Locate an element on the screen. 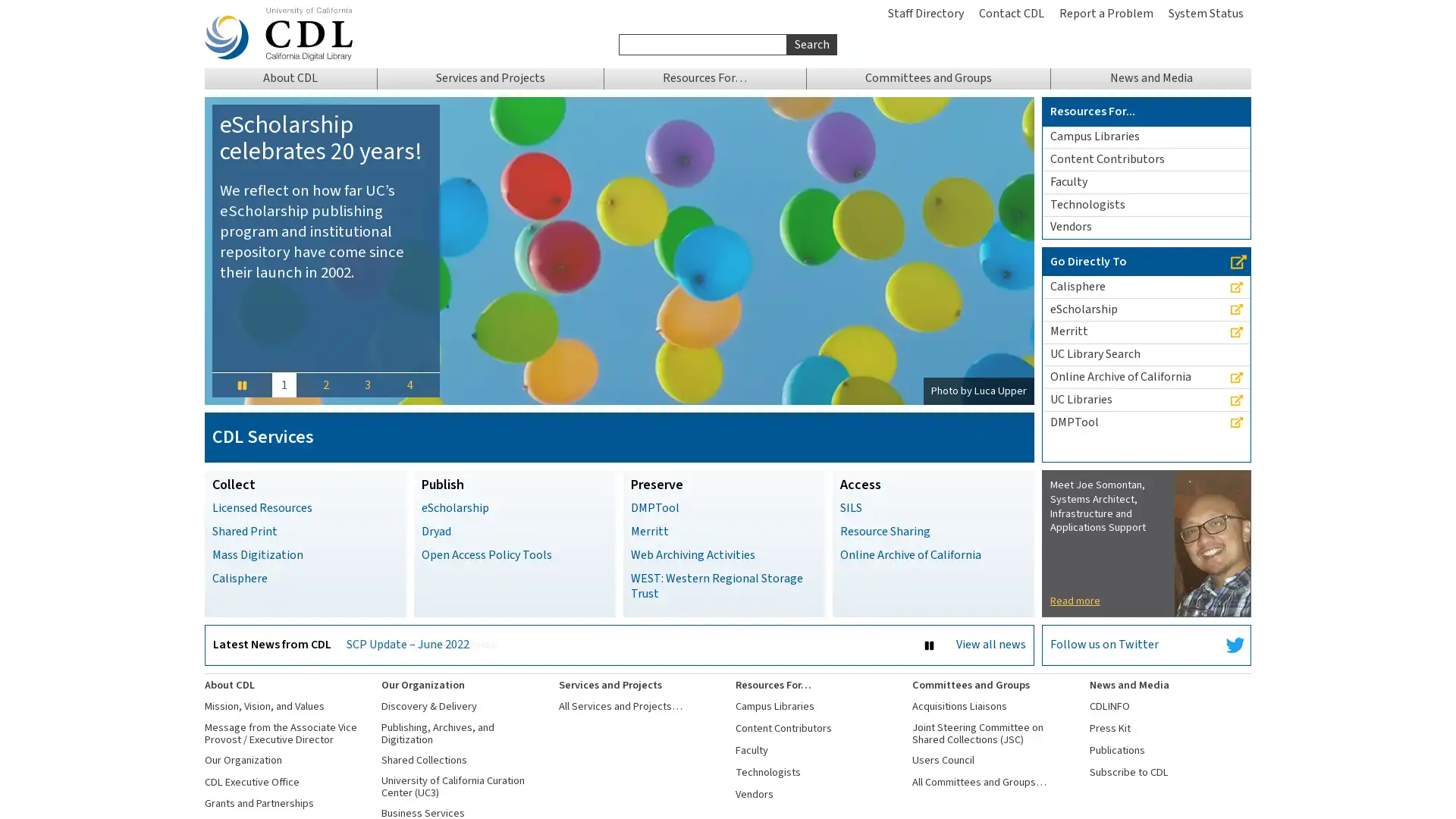  pause is located at coordinates (240, 383).